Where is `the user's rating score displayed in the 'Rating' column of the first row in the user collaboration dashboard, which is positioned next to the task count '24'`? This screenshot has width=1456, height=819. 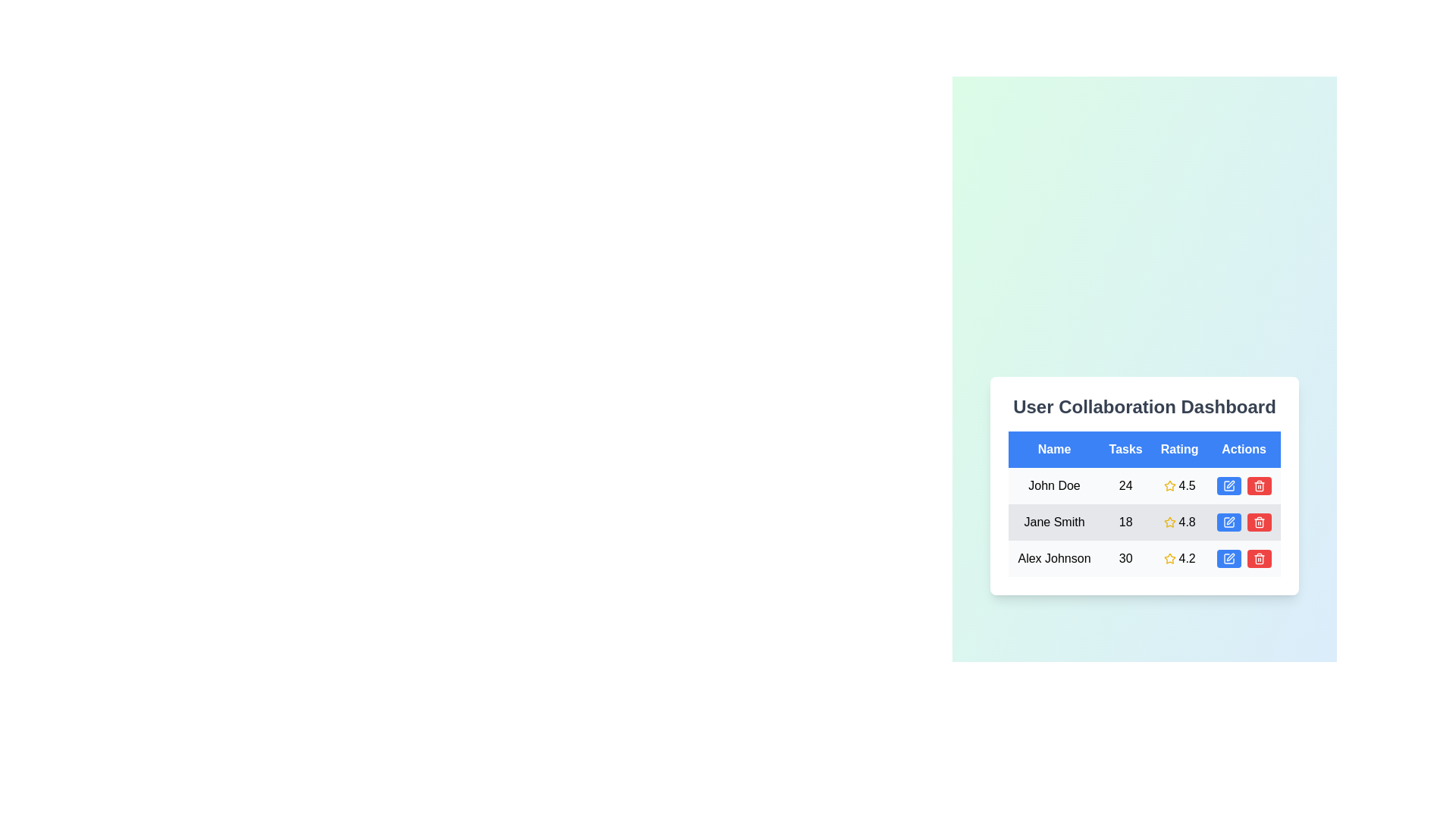 the user's rating score displayed in the 'Rating' column of the first row in the user collaboration dashboard, which is positioned next to the task count '24' is located at coordinates (1178, 485).